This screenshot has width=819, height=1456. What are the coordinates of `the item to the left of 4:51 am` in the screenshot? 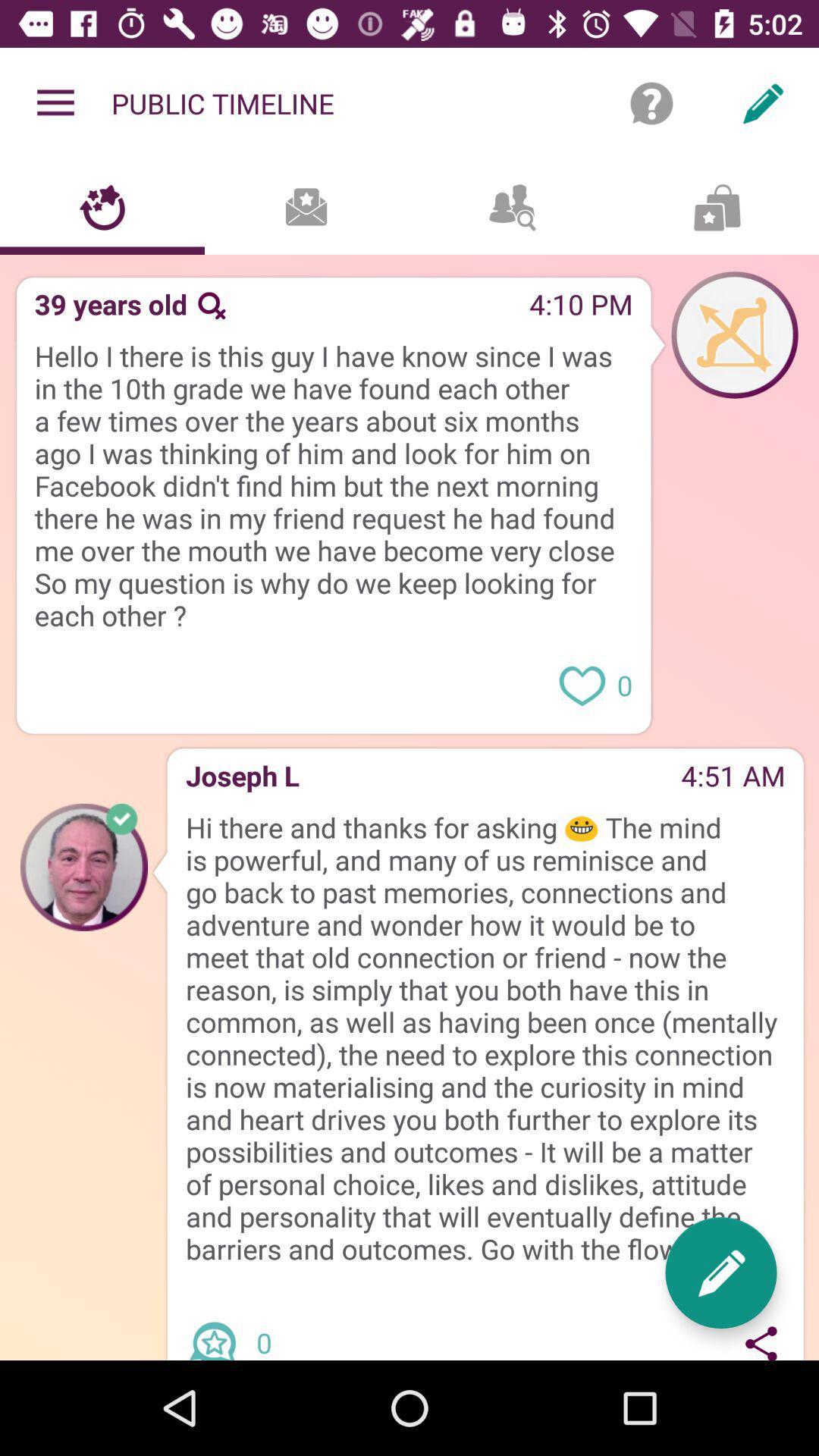 It's located at (490, 780).